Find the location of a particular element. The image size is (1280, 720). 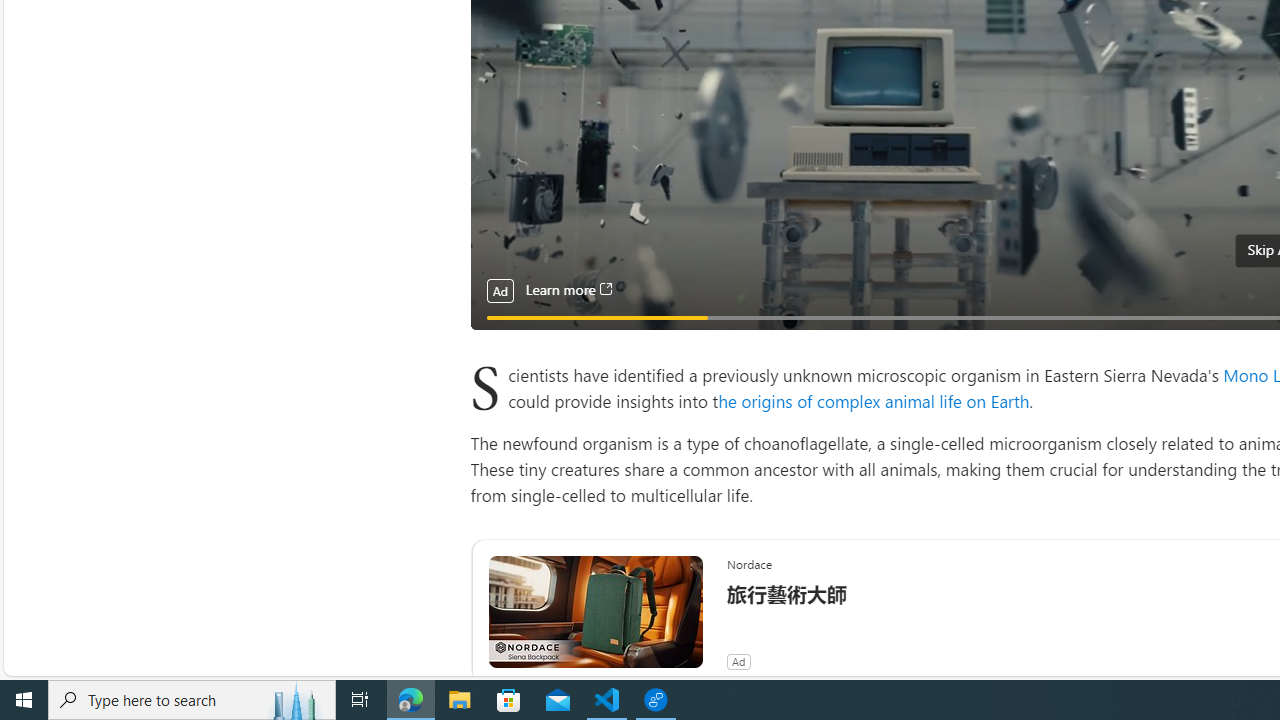

'he origins of complex animal life on Earth' is located at coordinates (874, 400).